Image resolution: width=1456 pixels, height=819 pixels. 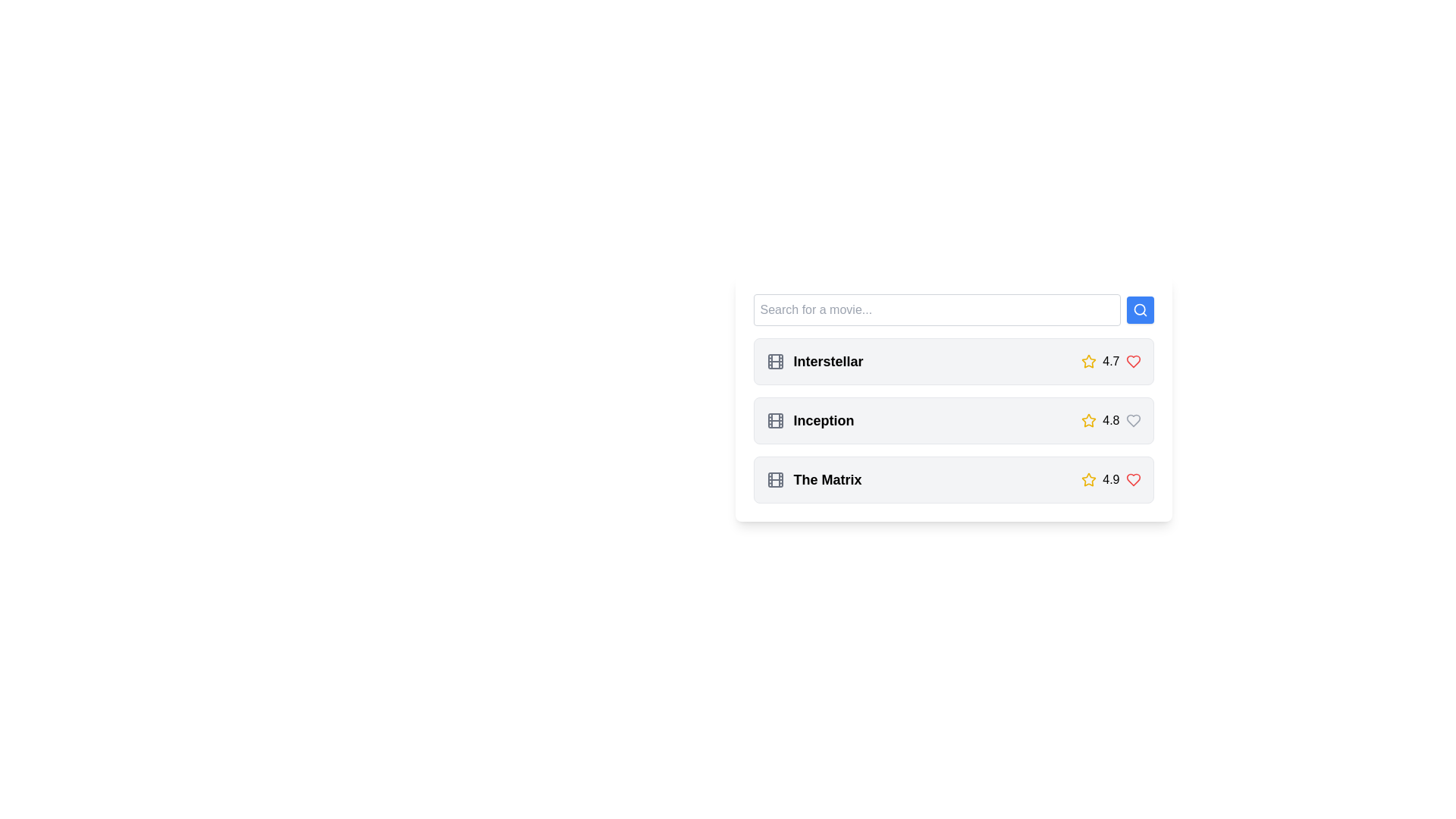 I want to click on the circular portion of the magnifying glass icon located to the right of the search bar, so click(x=1139, y=309).